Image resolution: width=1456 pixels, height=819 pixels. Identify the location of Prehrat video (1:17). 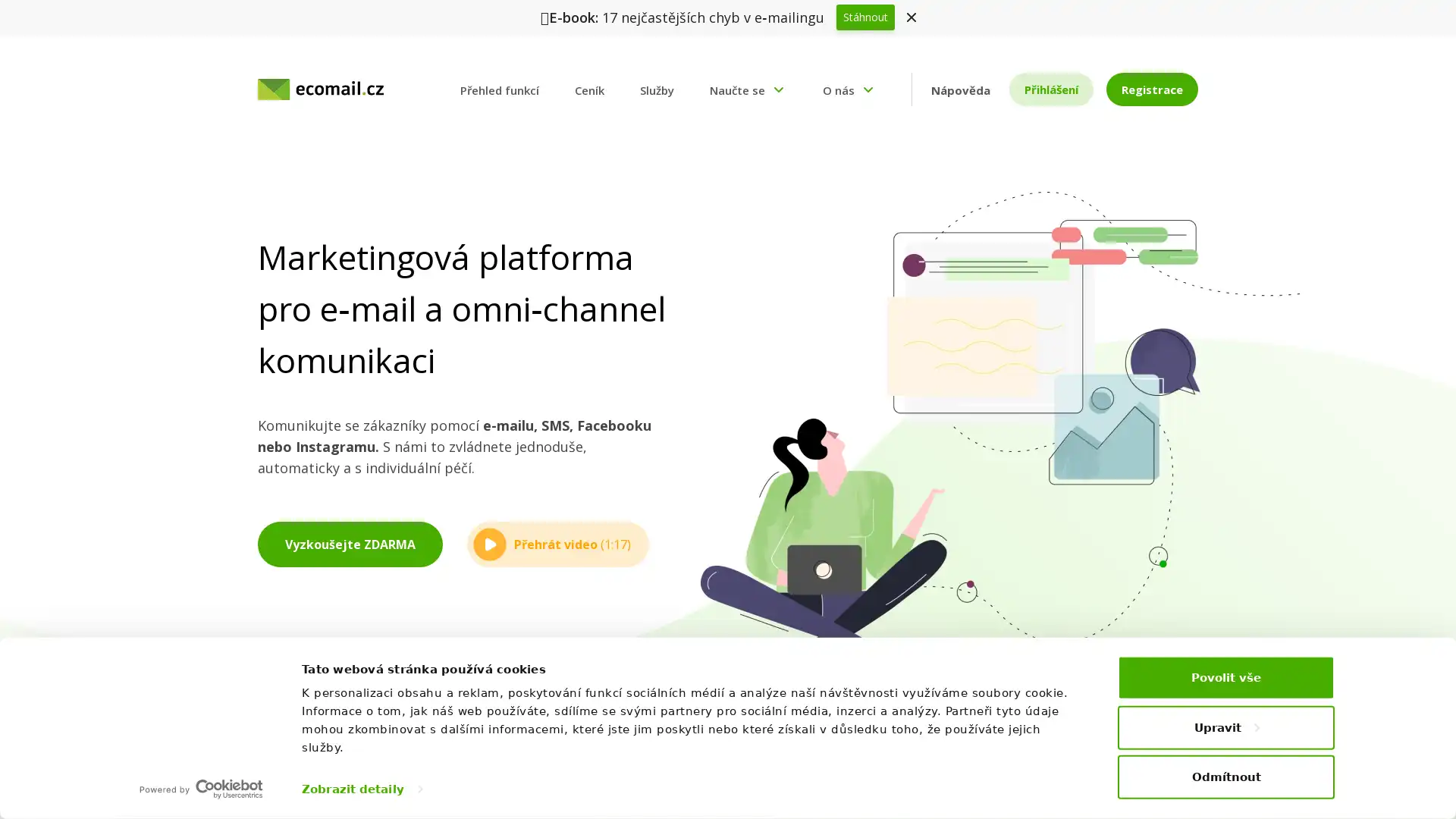
(557, 543).